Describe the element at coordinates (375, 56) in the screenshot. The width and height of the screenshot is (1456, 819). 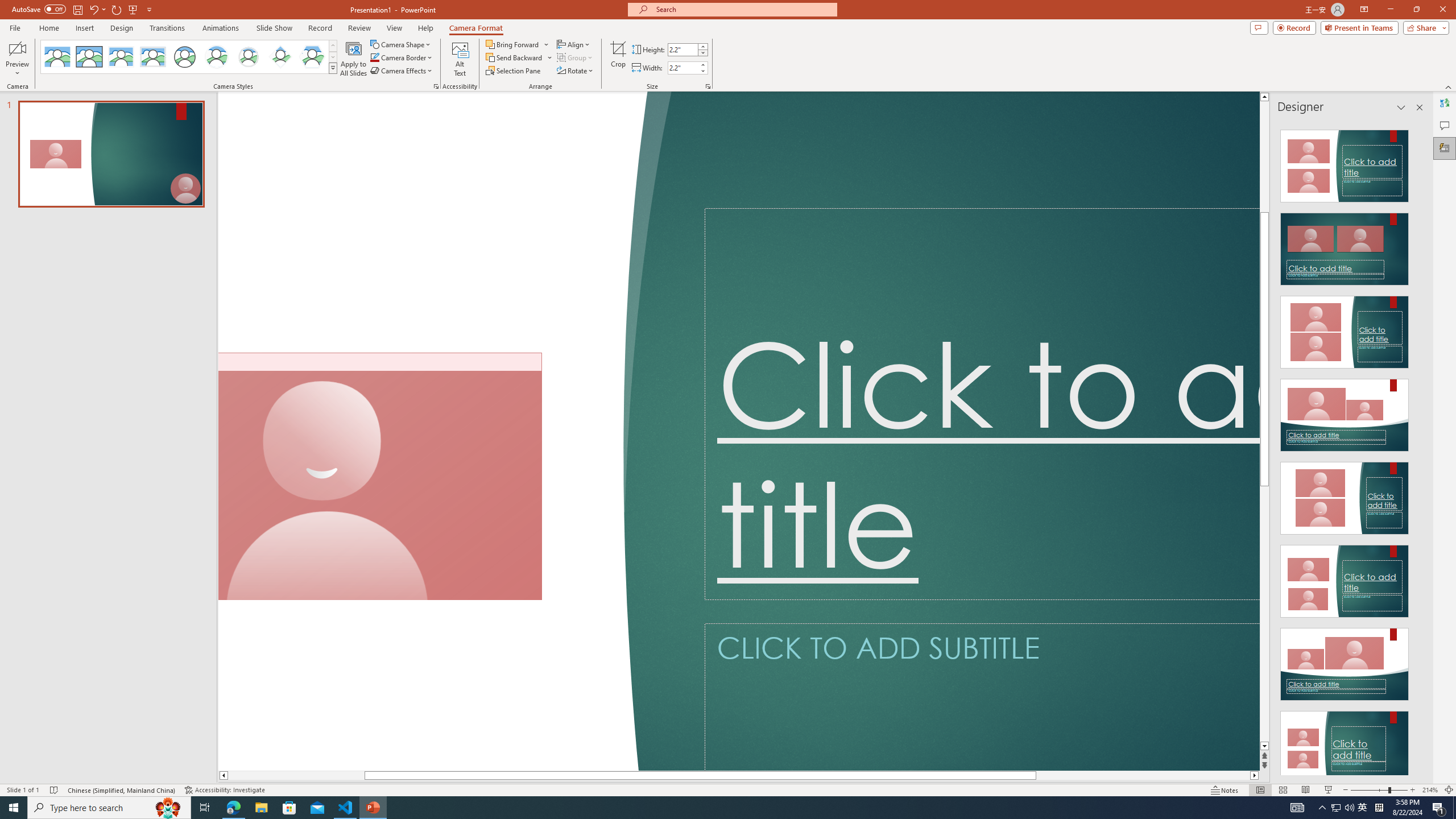
I see `'Camera Border Blue, Accent 1'` at that location.